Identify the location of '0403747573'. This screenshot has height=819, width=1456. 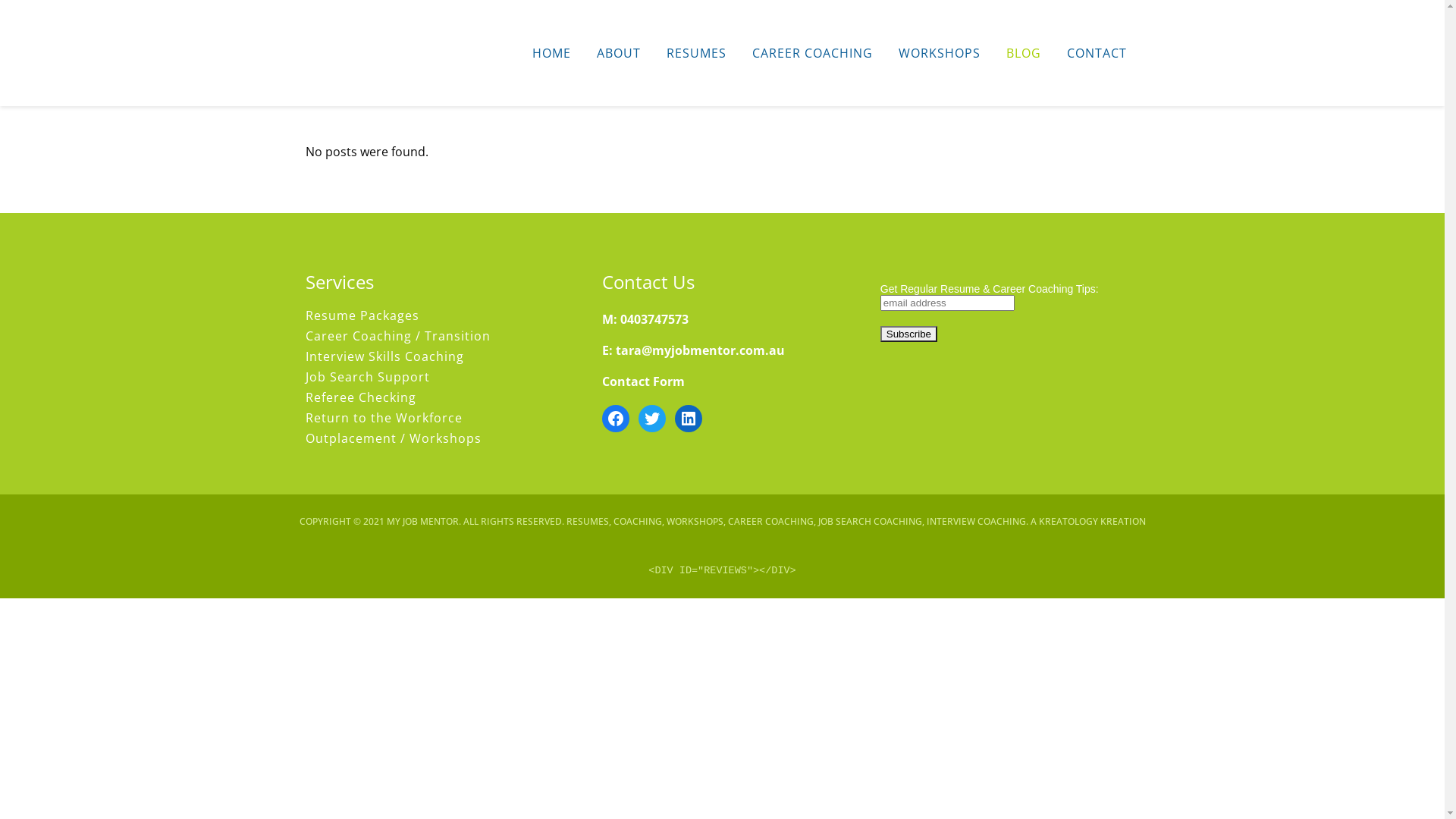
(654, 318).